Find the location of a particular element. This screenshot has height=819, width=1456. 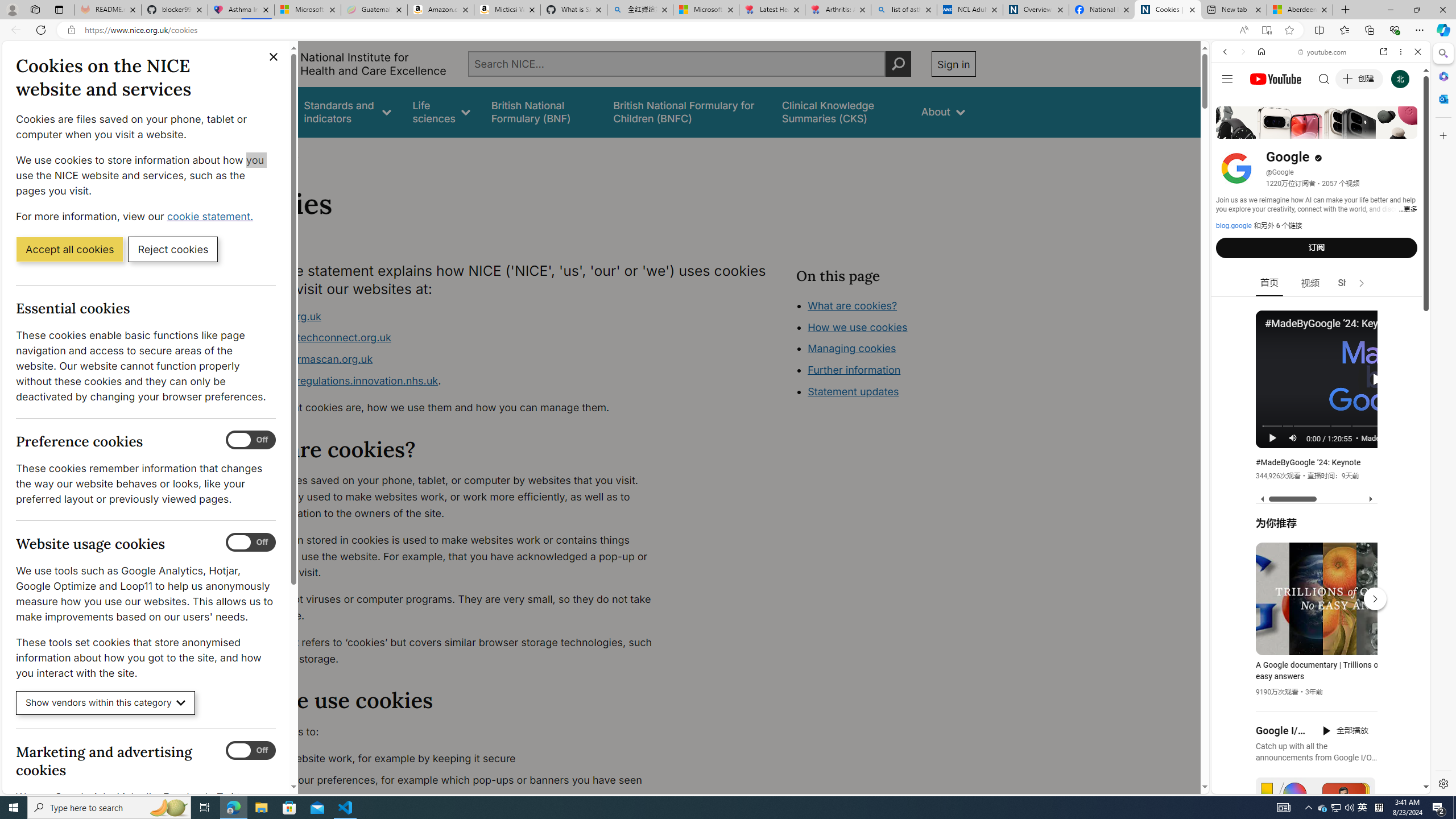

'Trailer #2 [HD]' is located at coordinates (1319, 336).